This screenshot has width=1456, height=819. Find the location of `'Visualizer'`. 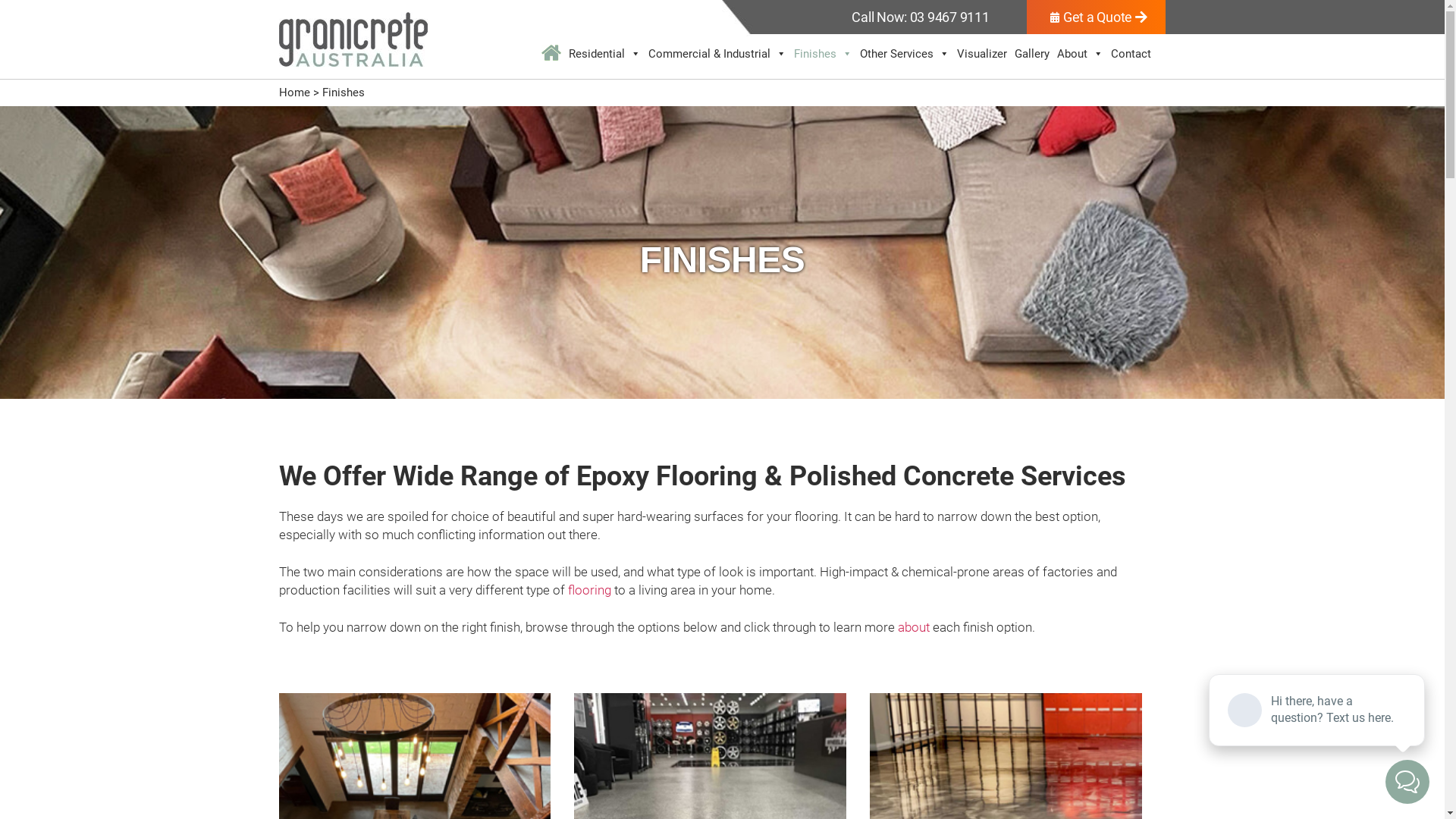

'Visualizer' is located at coordinates (952, 52).